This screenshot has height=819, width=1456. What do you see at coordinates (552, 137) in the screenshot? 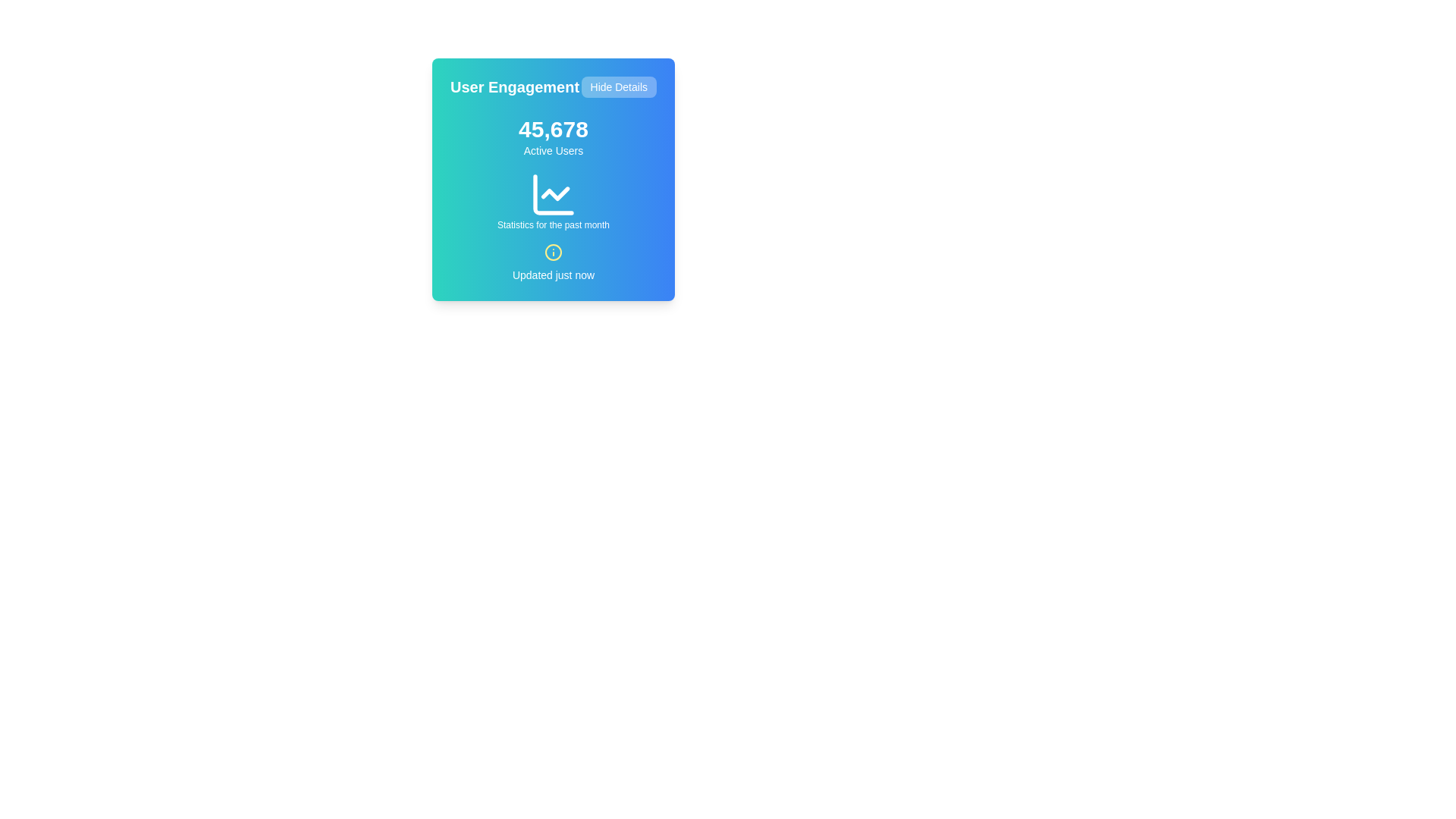
I see `the Text Display showing '45,678' Active Users within the User Engagement card, which is located at the top-center of the card beneath the title and 'Hide Details' button` at bounding box center [552, 137].